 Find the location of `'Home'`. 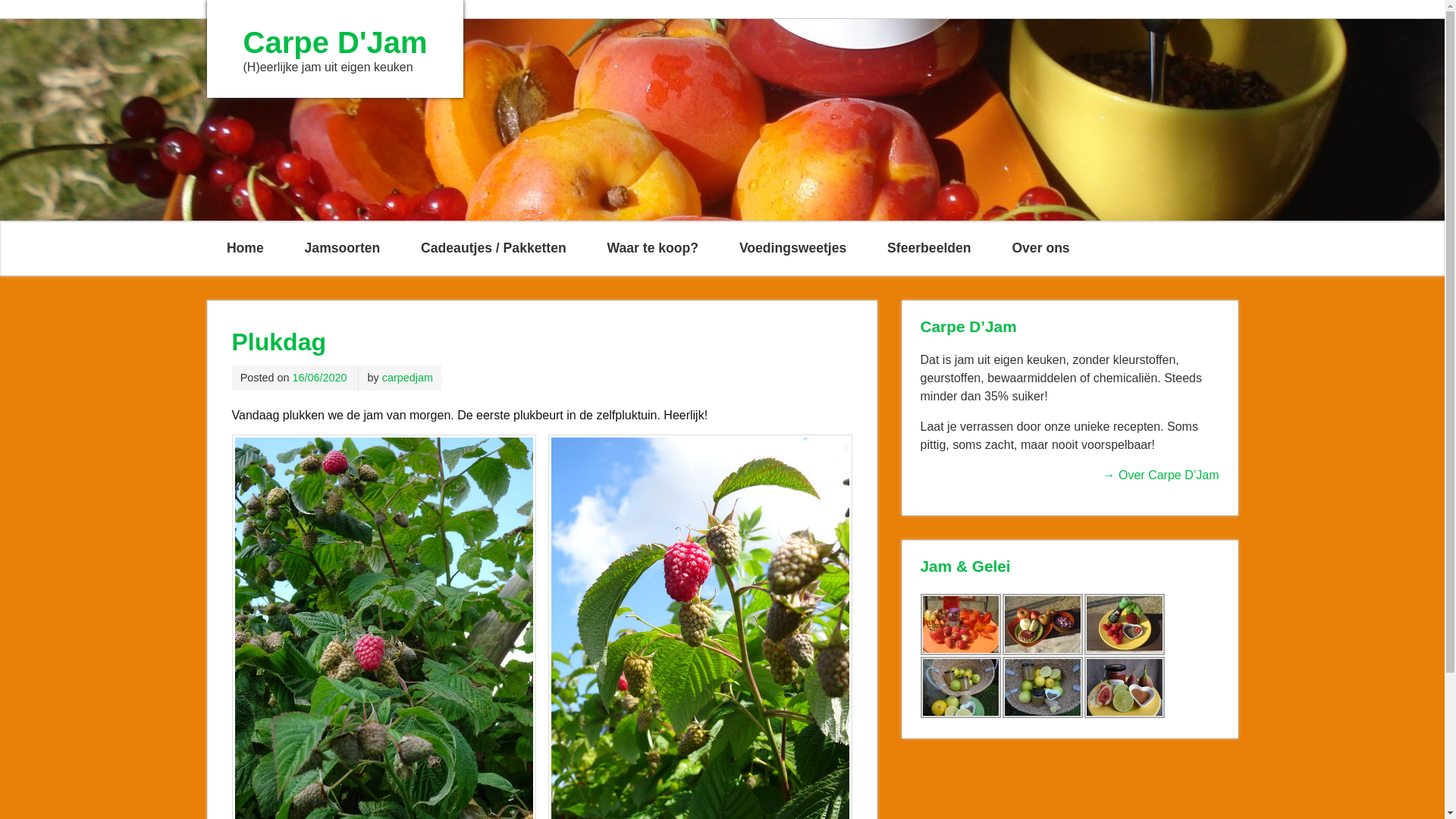

'Home' is located at coordinates (244, 247).